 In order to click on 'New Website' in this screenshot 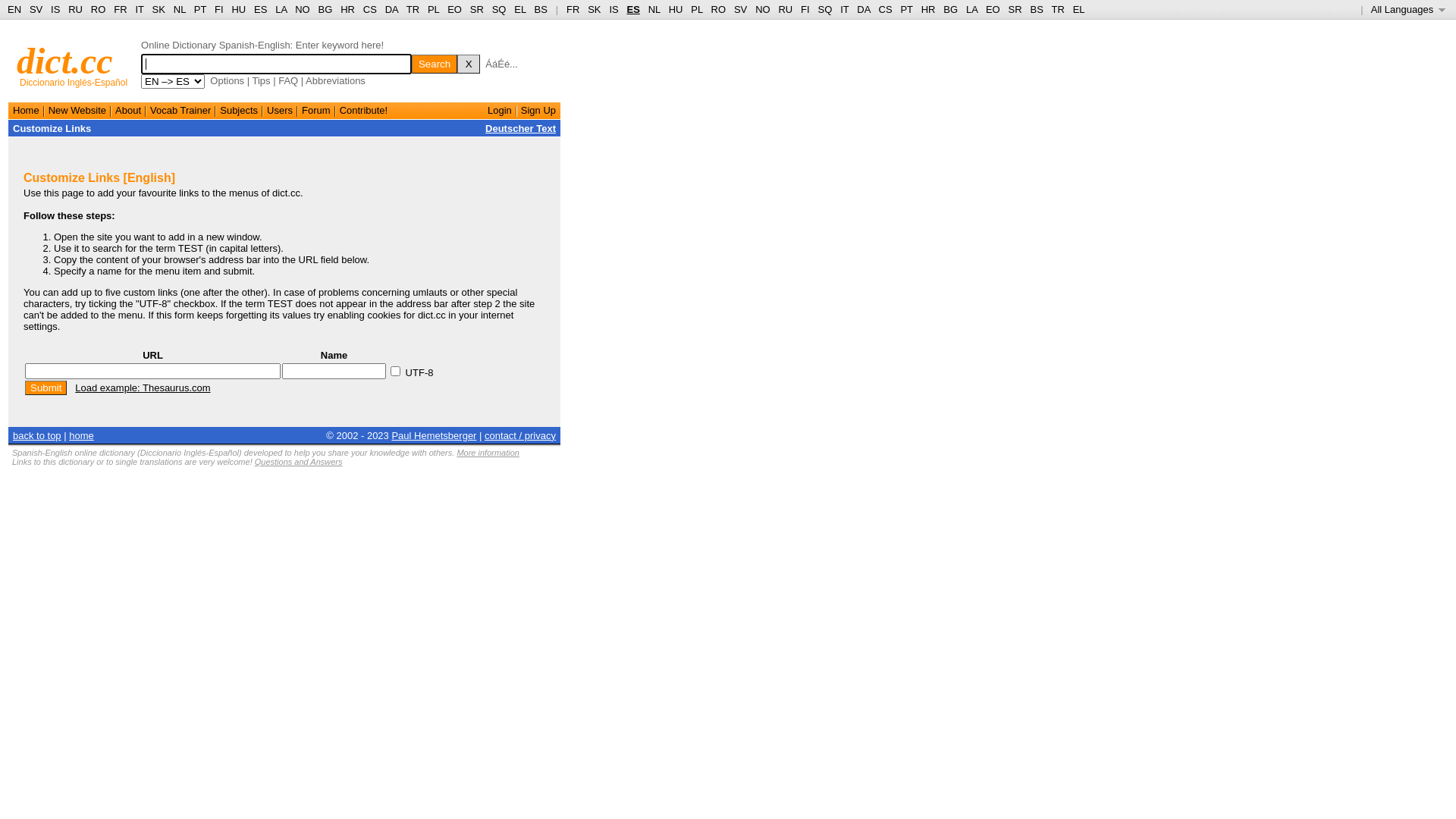, I will do `click(76, 109)`.